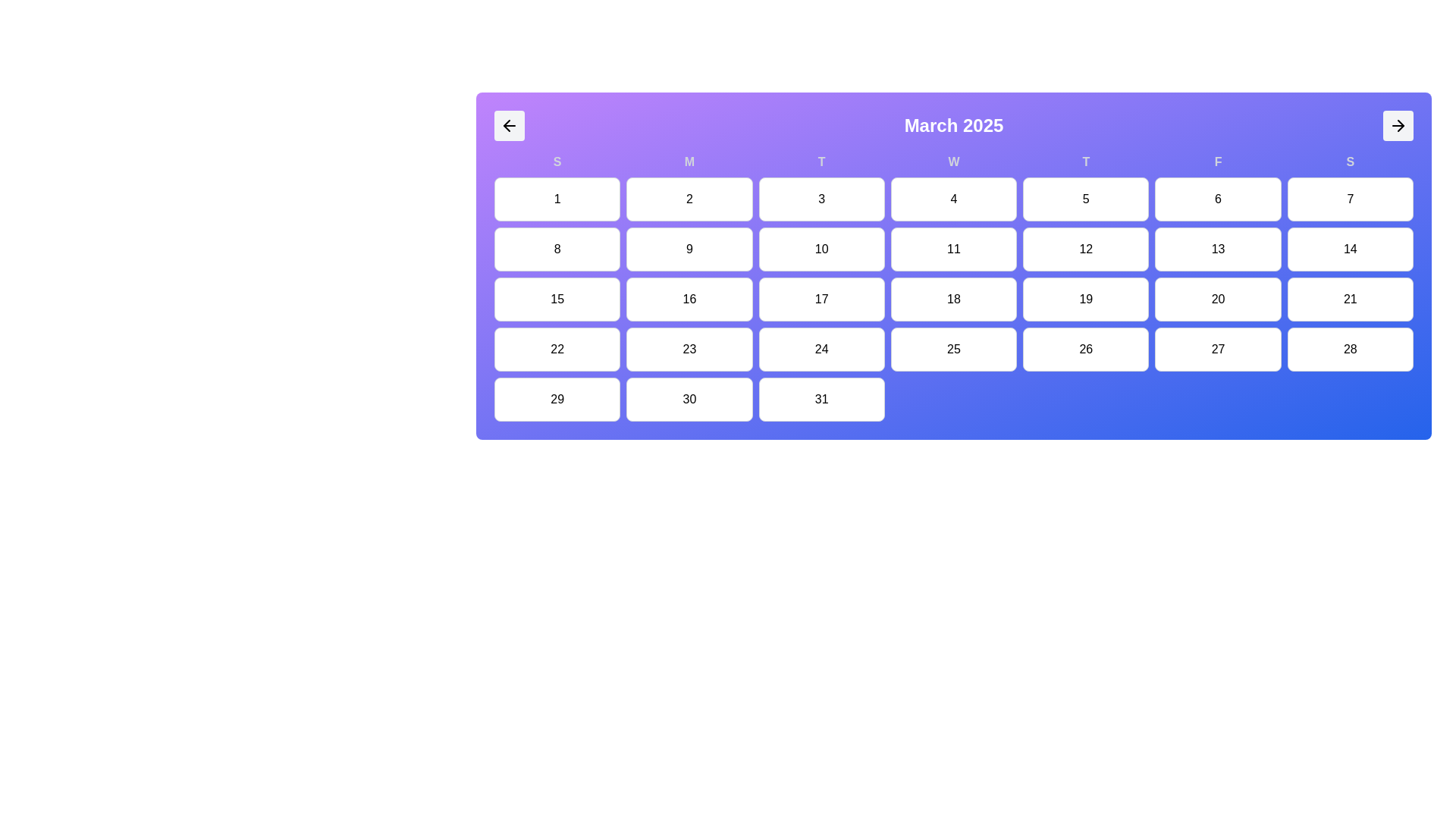 The height and width of the screenshot is (819, 1456). Describe the element at coordinates (1218, 299) in the screenshot. I see `the white rectangular button with rounded corners and the text '20' in black font, located in the third row and sixth column of the calendar interface under the Friday (F) header` at that location.